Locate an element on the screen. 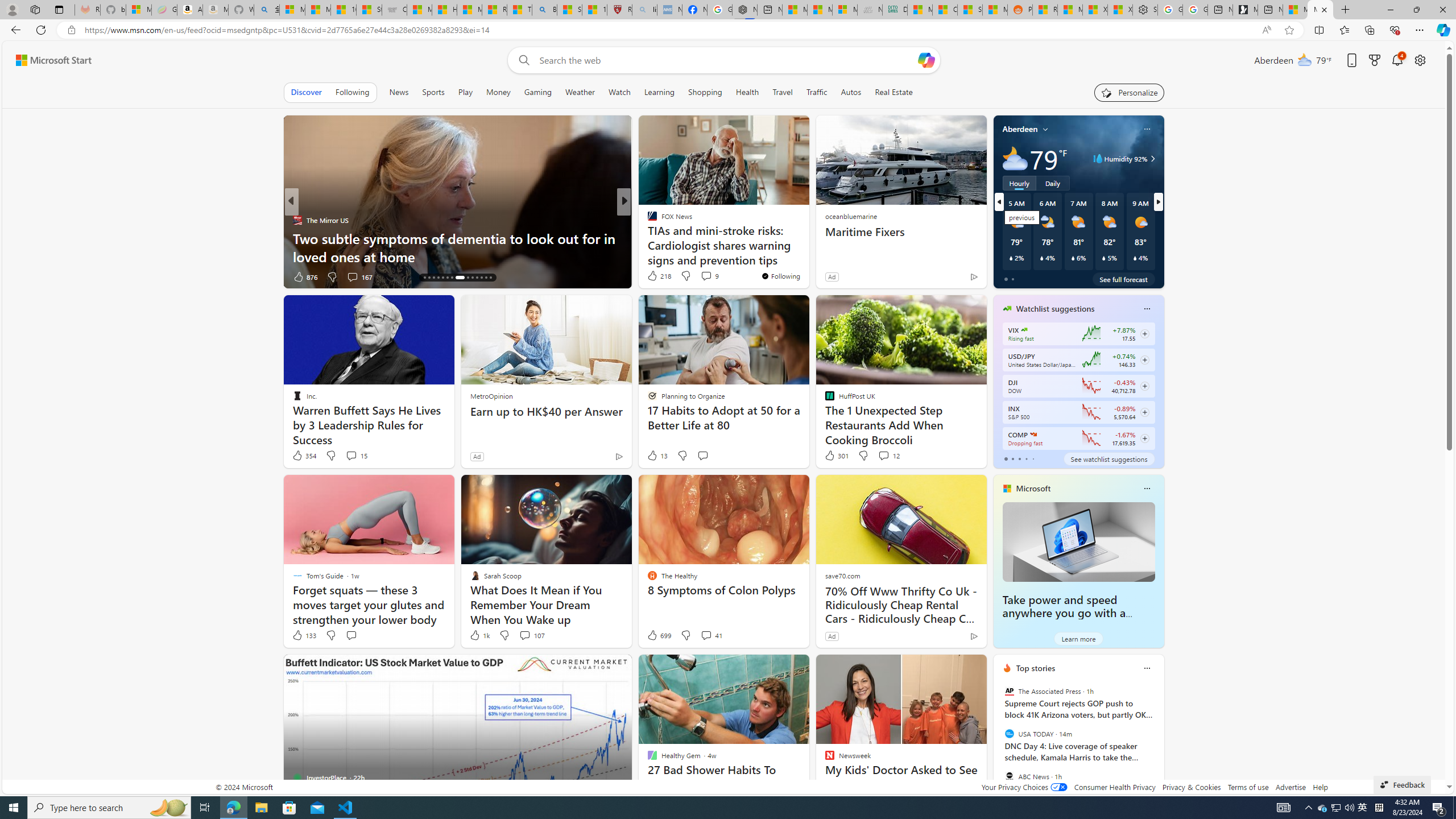  'View comments 41 Comment' is located at coordinates (711, 634).